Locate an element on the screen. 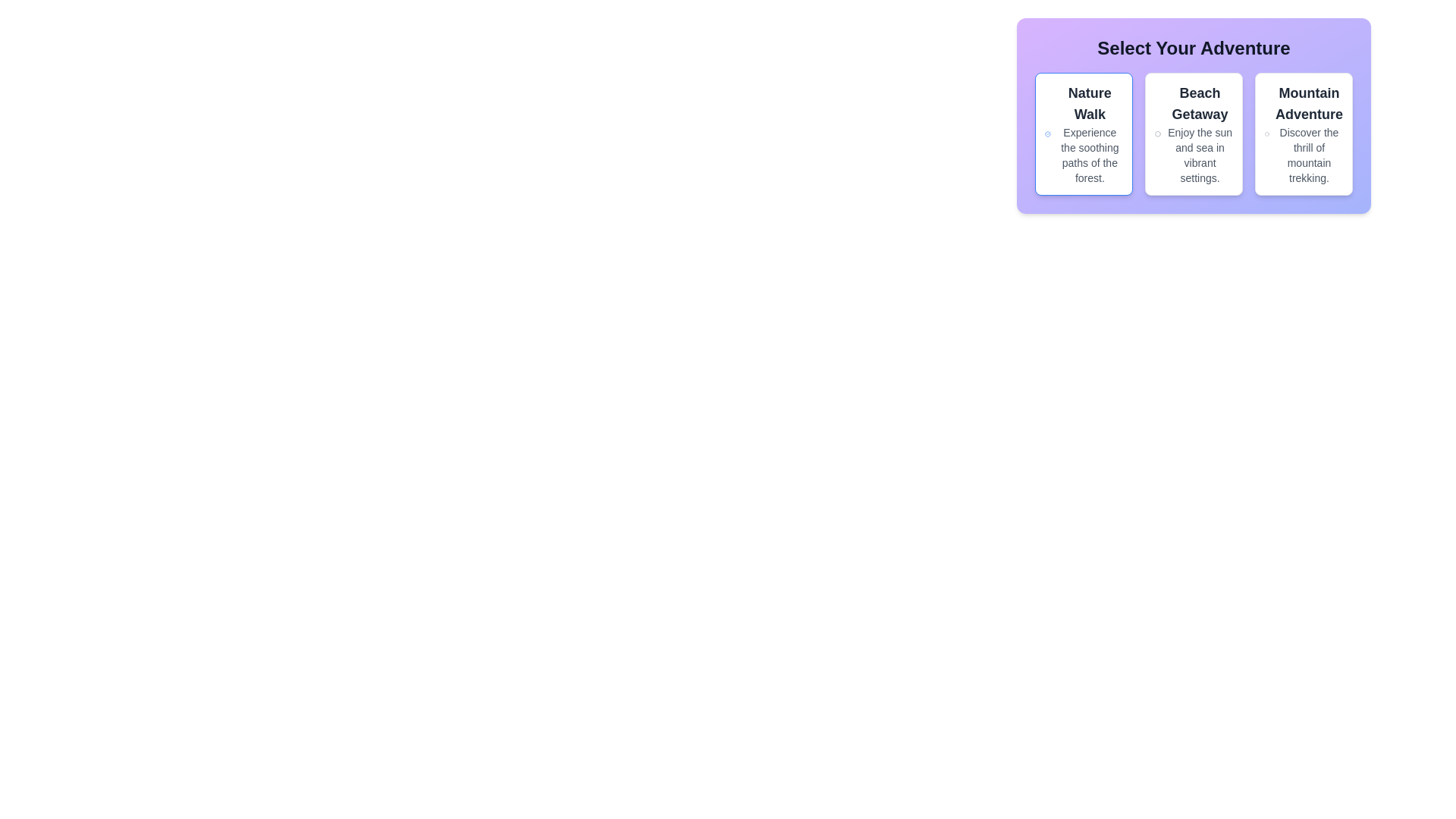  the text label that displays 'Nature Walk', which is styled in bold and larger size, located at the top of the first card in a vertically stacked layout is located at coordinates (1089, 103).